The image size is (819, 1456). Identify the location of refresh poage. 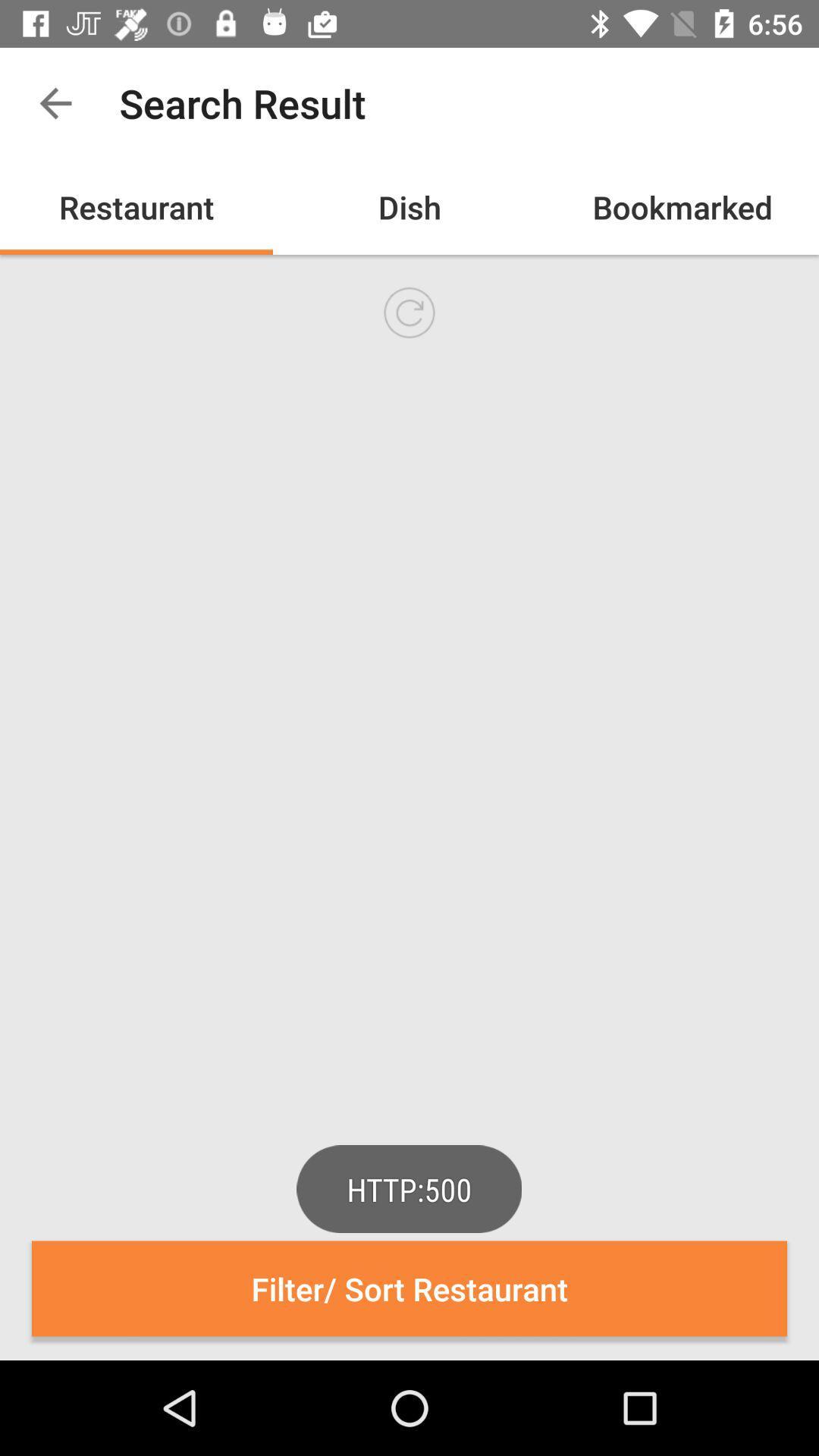
(409, 312).